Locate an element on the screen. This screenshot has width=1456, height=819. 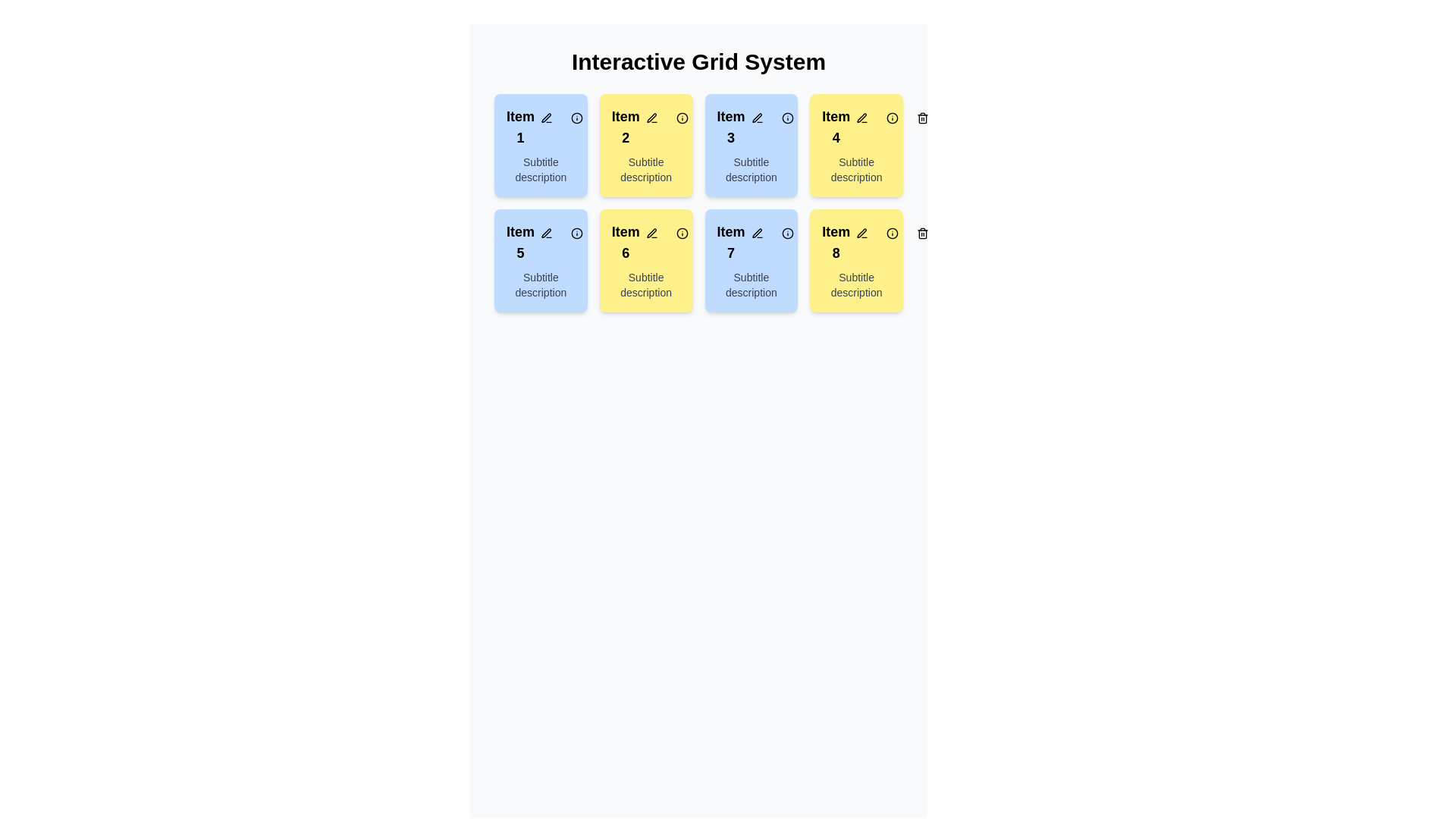
the subtitle text element located at the bottom section of the blue card labeled 'Item 1' in the first row of the grid, which provides additional context about the card is located at coordinates (541, 169).